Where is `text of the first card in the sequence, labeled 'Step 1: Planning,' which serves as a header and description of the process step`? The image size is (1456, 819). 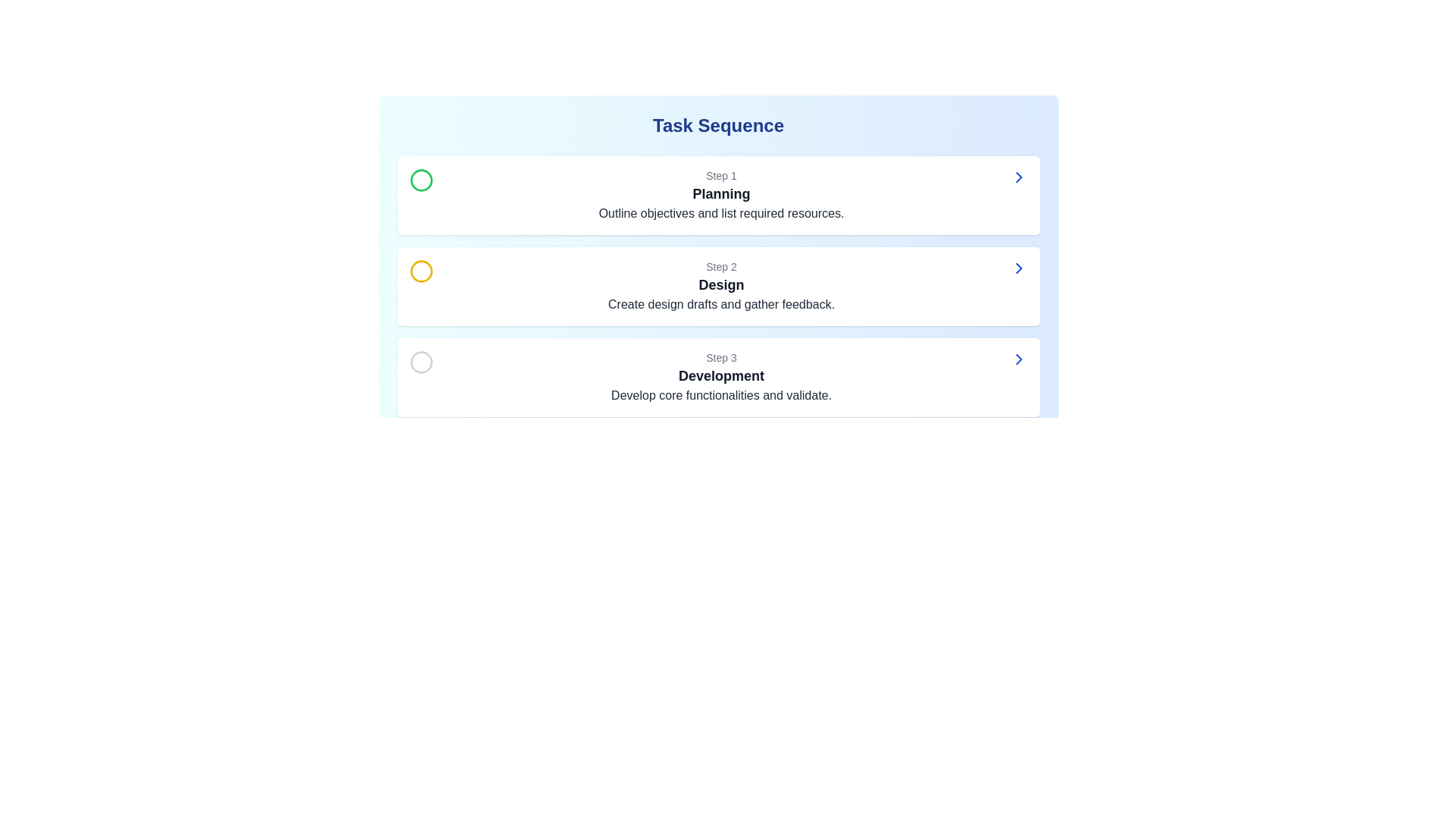 text of the first card in the sequence, labeled 'Step 1: Planning,' which serves as a header and description of the process step is located at coordinates (717, 195).